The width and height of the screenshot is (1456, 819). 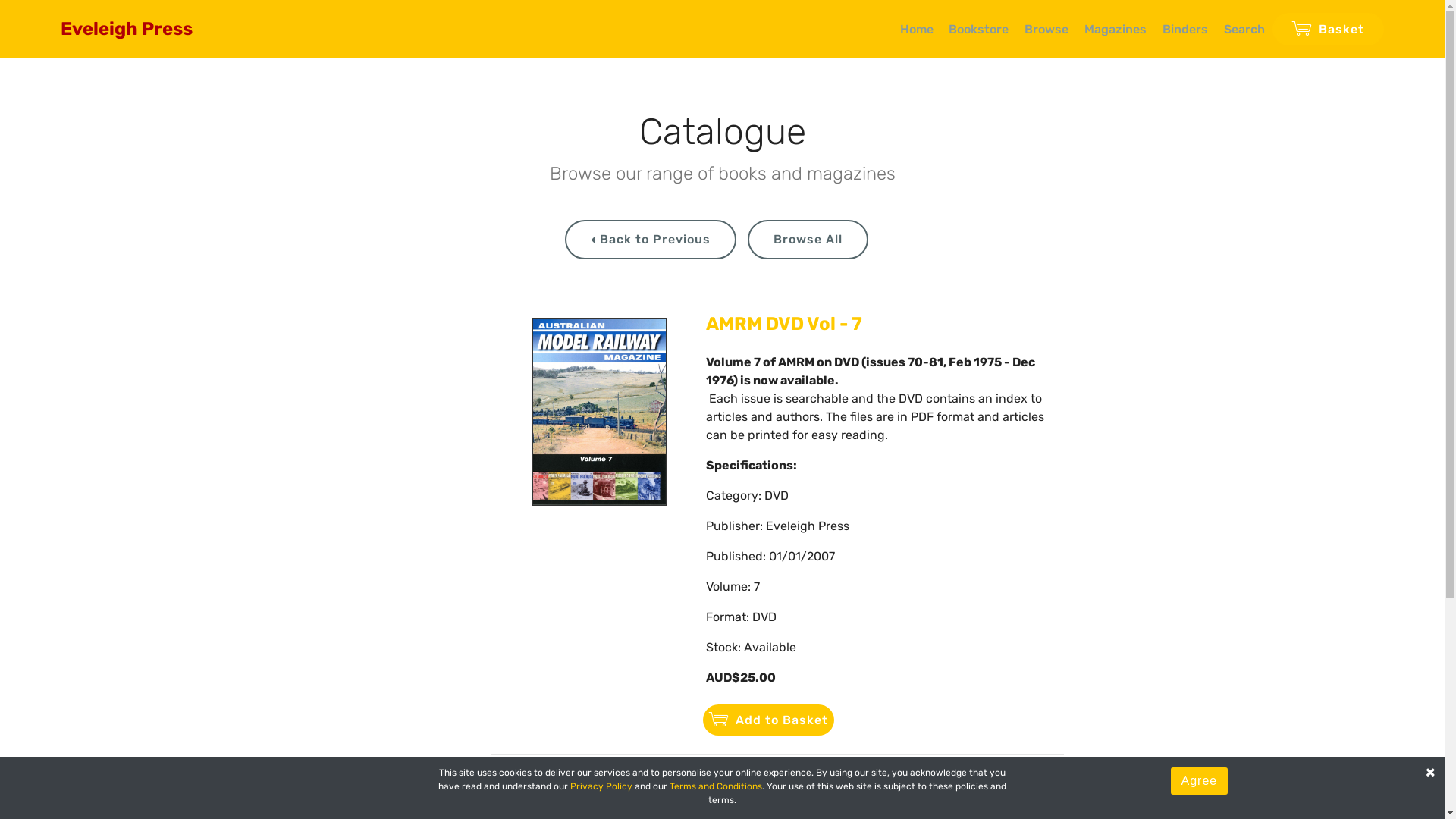 What do you see at coordinates (1084, 29) in the screenshot?
I see `'Magazines'` at bounding box center [1084, 29].